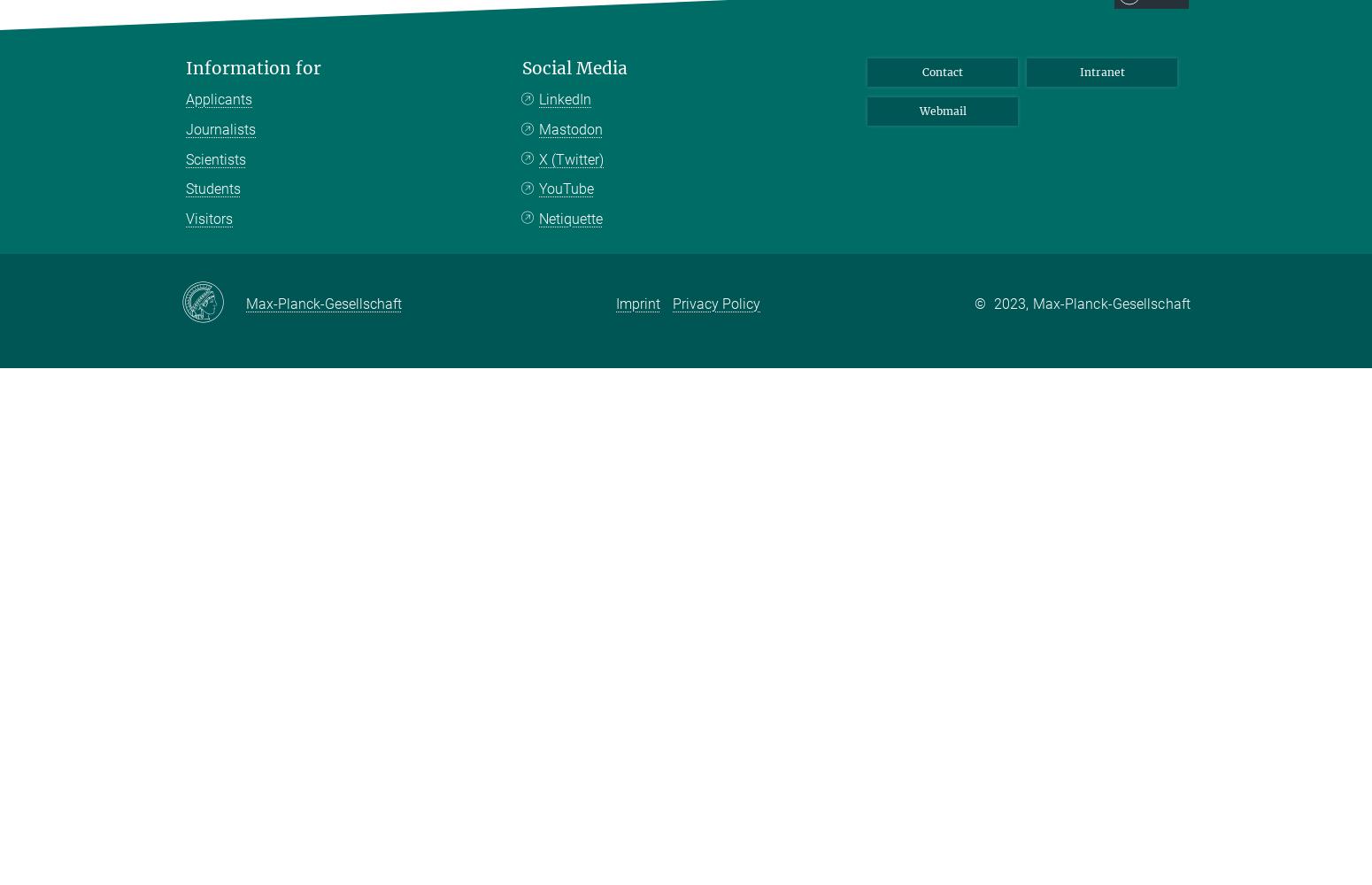 This screenshot has width=1372, height=885. I want to click on 'LinkedIn', so click(564, 98).